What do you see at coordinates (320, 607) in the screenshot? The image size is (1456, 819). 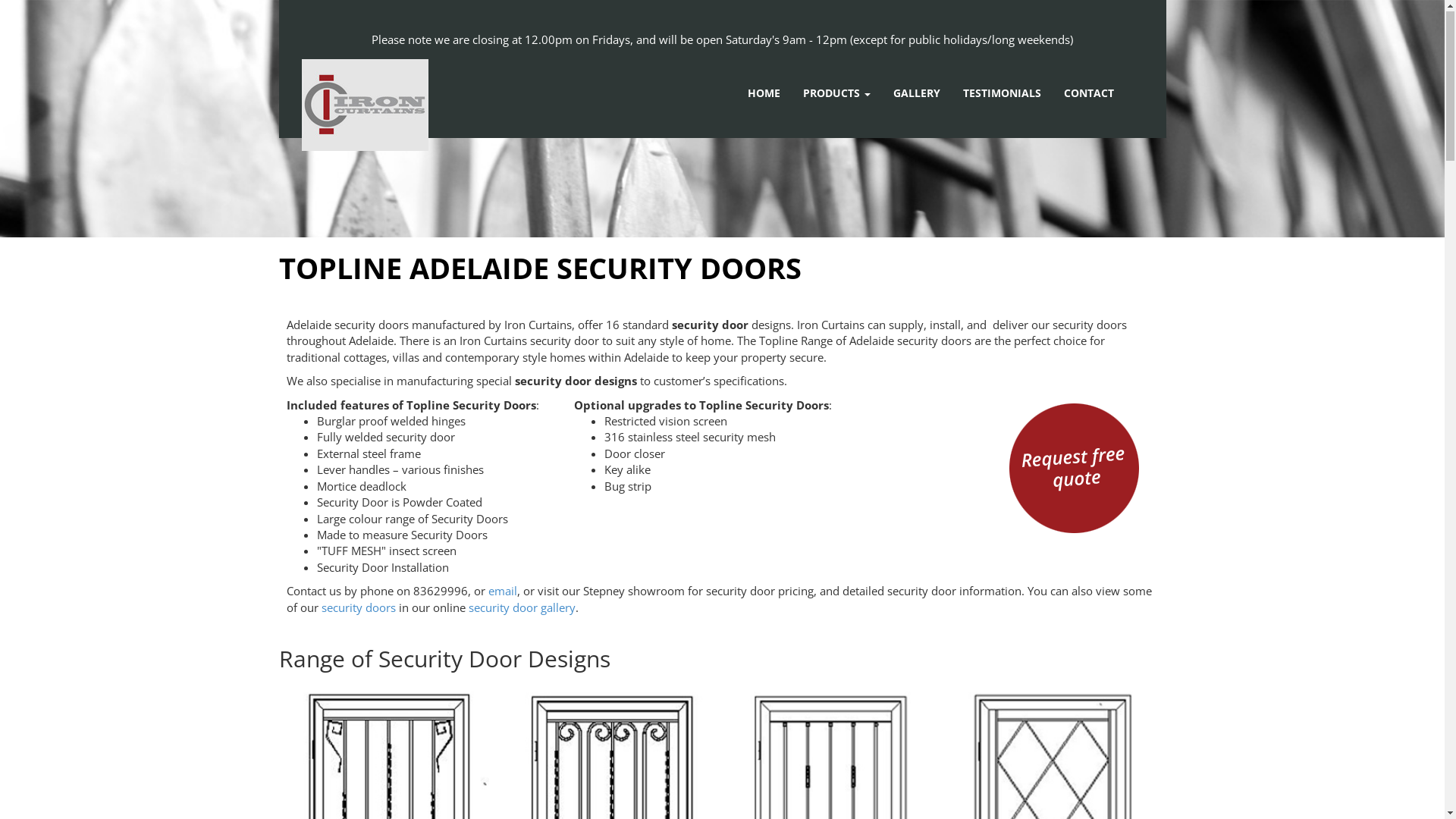 I see `'security doors'` at bounding box center [320, 607].